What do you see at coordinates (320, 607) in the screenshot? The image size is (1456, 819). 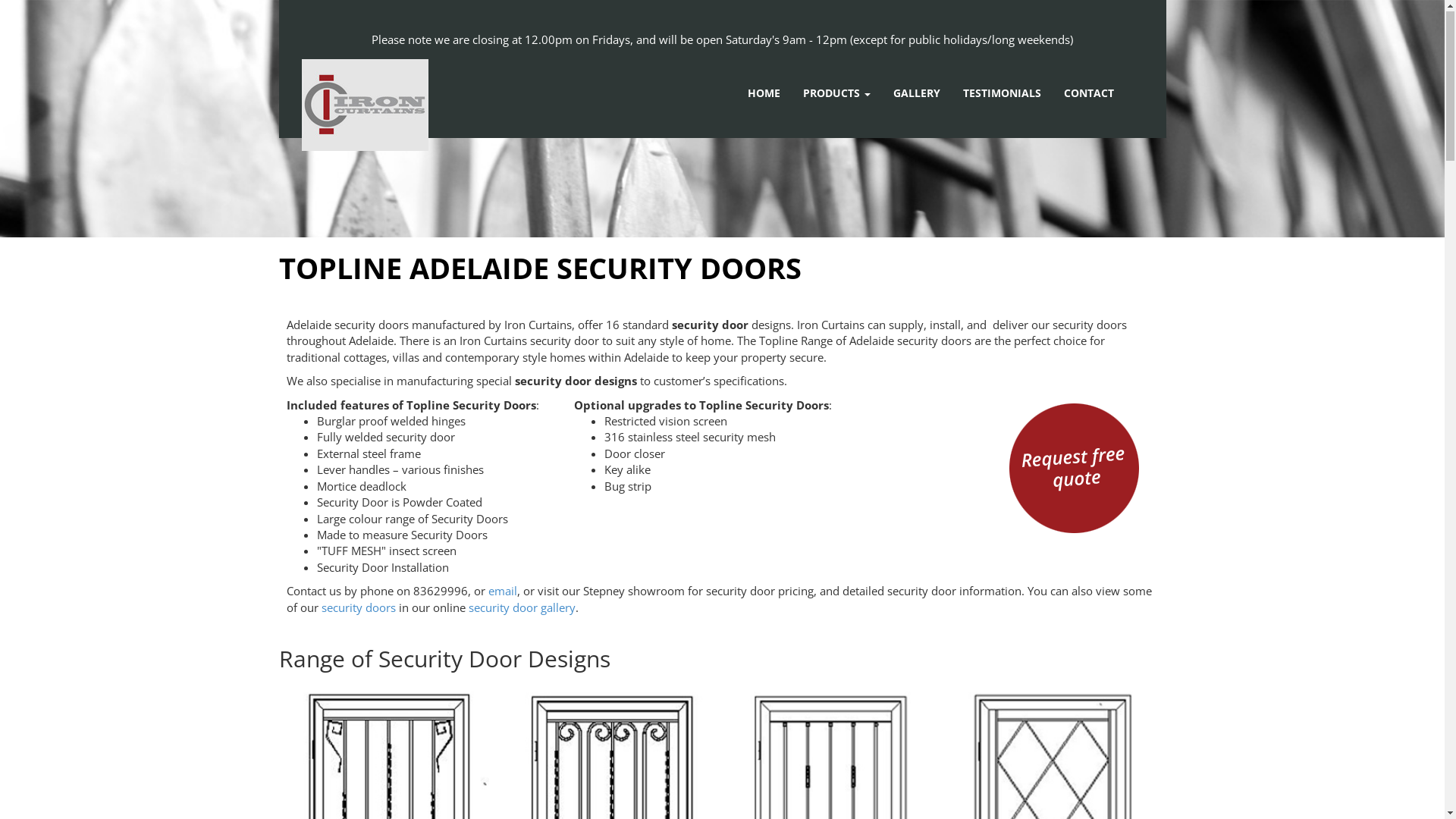 I see `'security doors'` at bounding box center [320, 607].